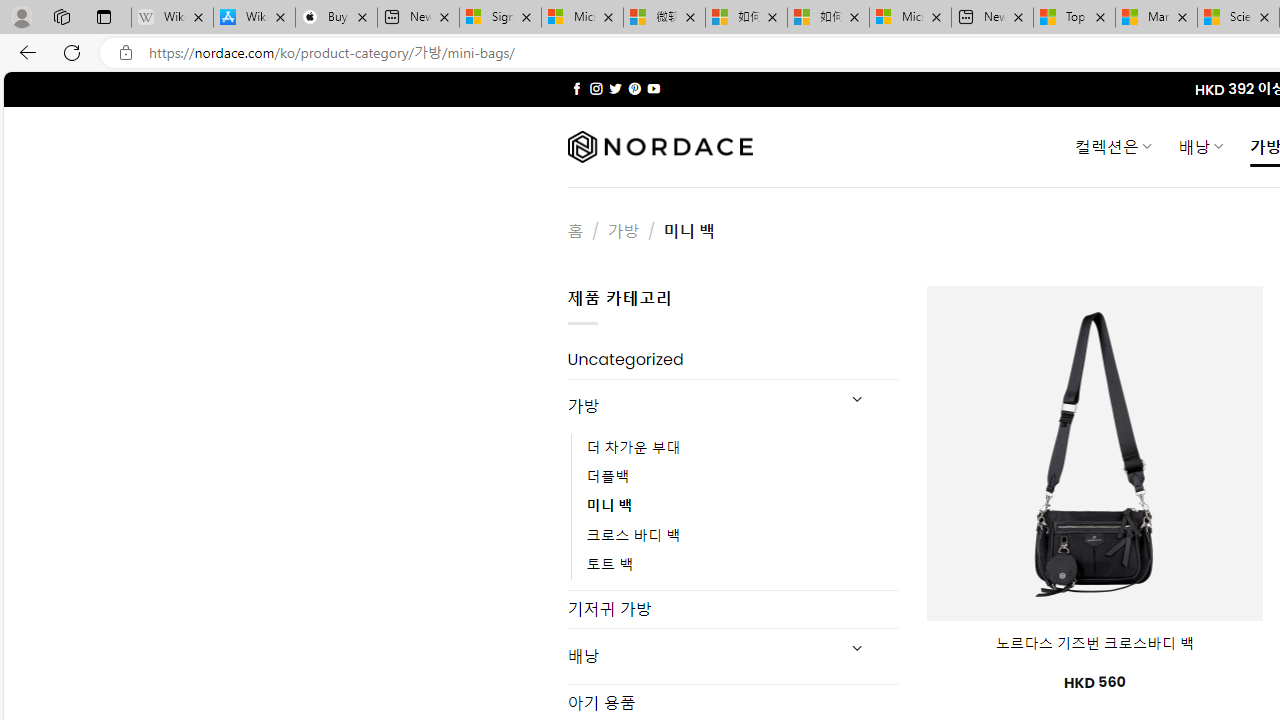  What do you see at coordinates (336, 17) in the screenshot?
I see `'Buy iPad - Apple'` at bounding box center [336, 17].